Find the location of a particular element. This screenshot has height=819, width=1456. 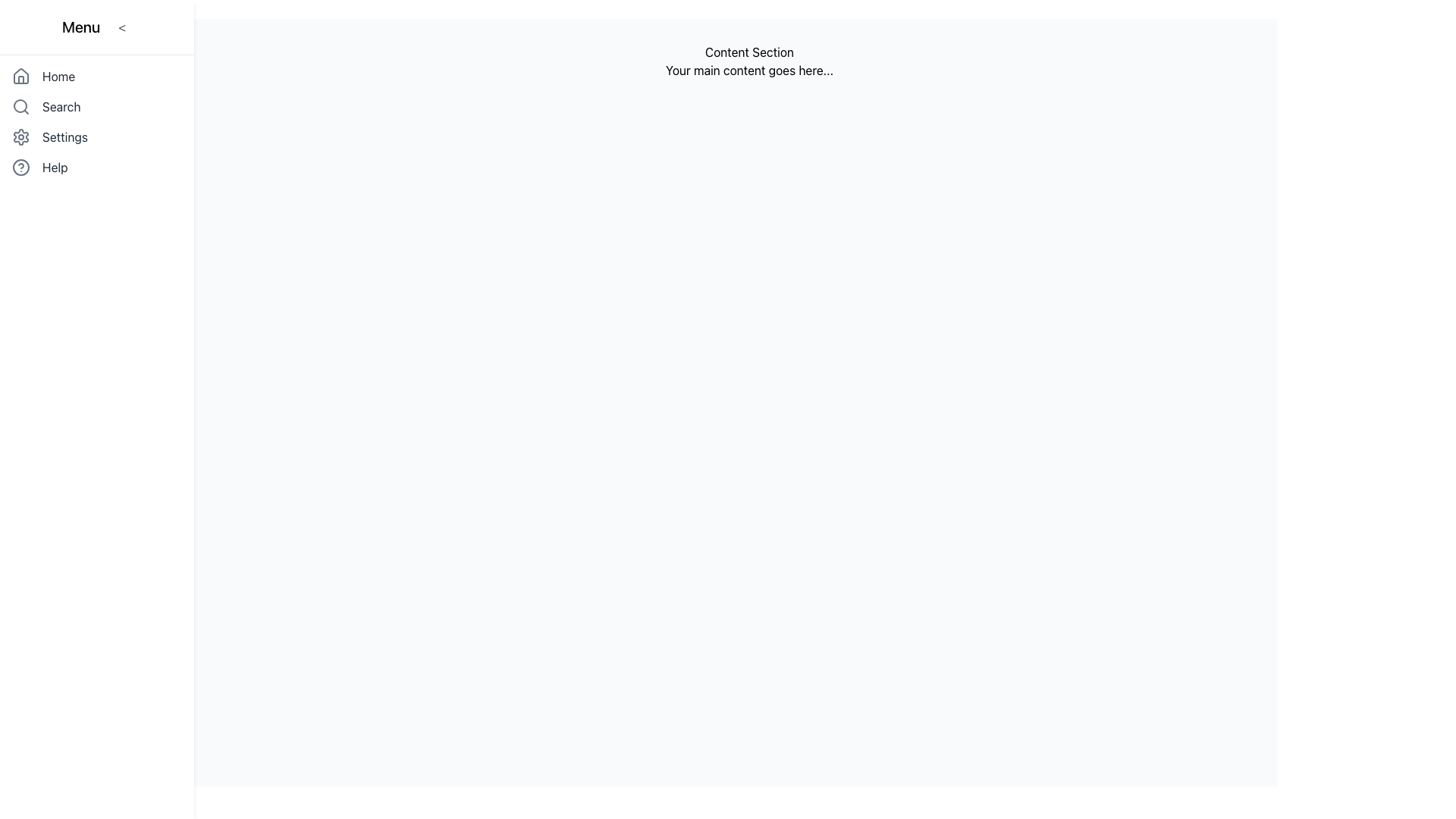

the circular decorative shape of the magnifying glass icon in the left sidebar menu, which signifies the search function is located at coordinates (20, 105).